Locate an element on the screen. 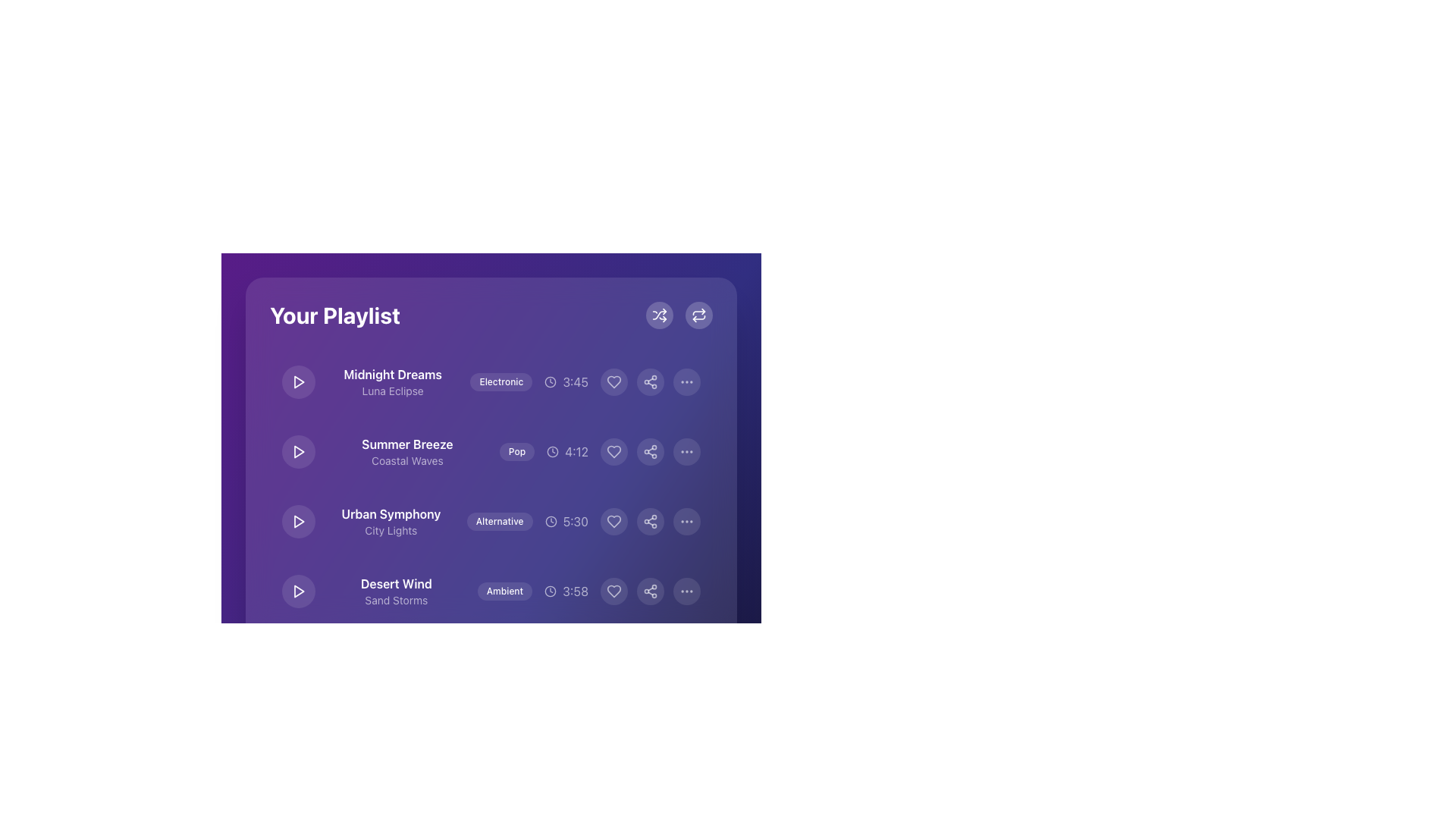 The image size is (1456, 819). the interactive button with an ellipsis icon located in the bottom-right corner of the 'Desert Wind' playlist item row is located at coordinates (686, 590).